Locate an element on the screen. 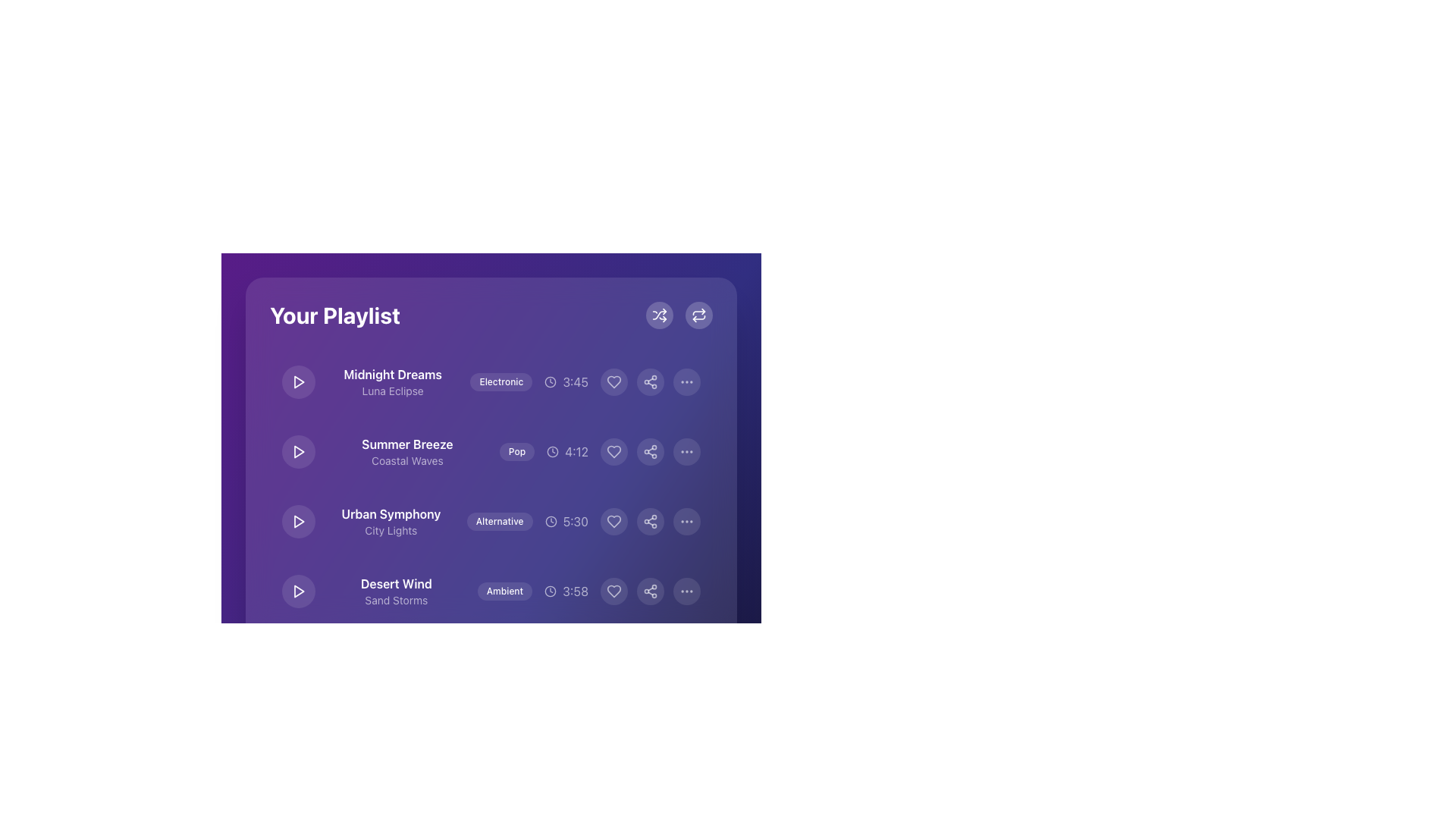 The image size is (1456, 819). the interactive button with an ellipsis icon located in the bottom-right corner of the 'Desert Wind' playlist item row is located at coordinates (686, 590).